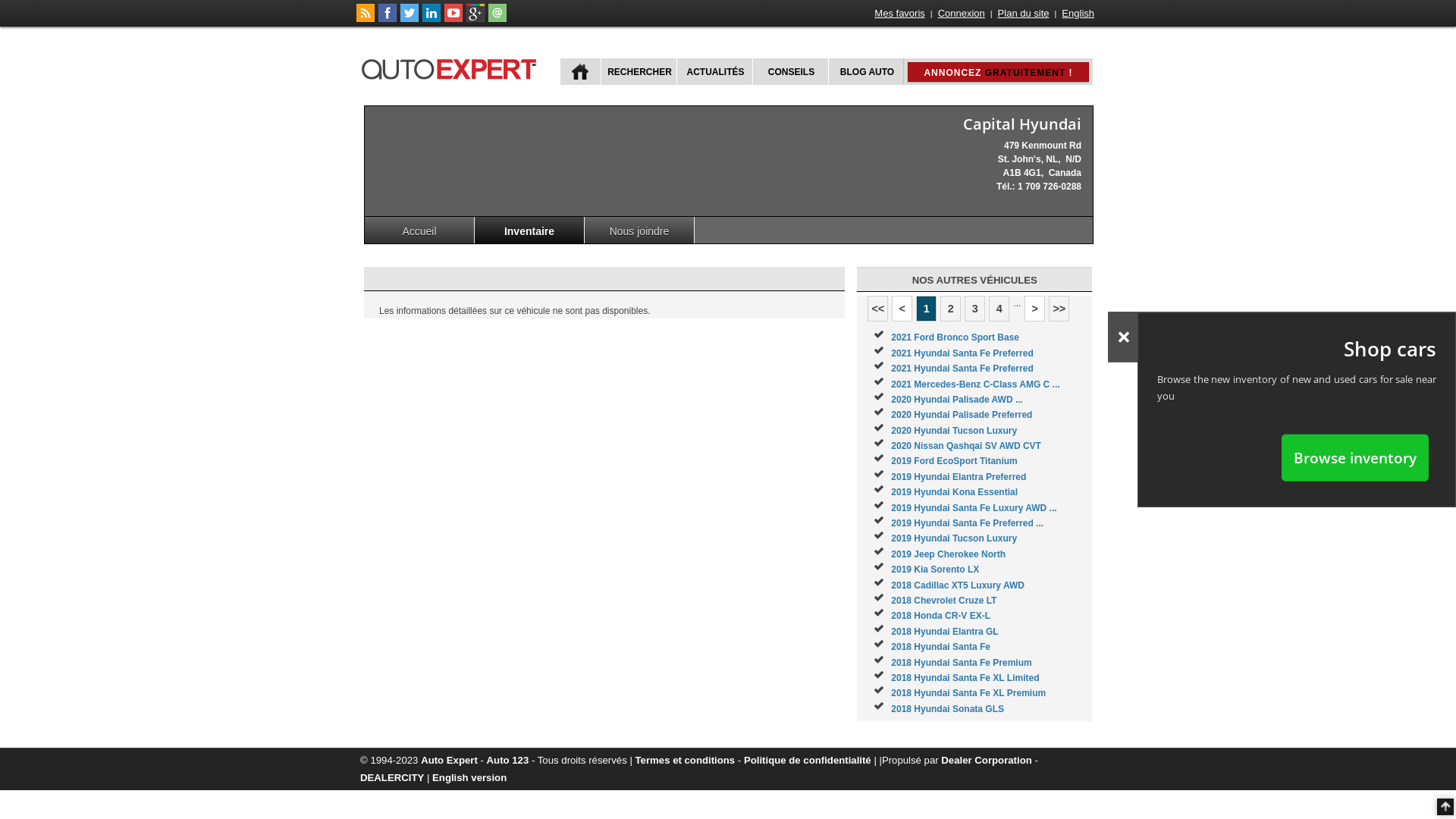  I want to click on '2019 Hyundai Santa Fe Luxury AWD ...', so click(973, 508).